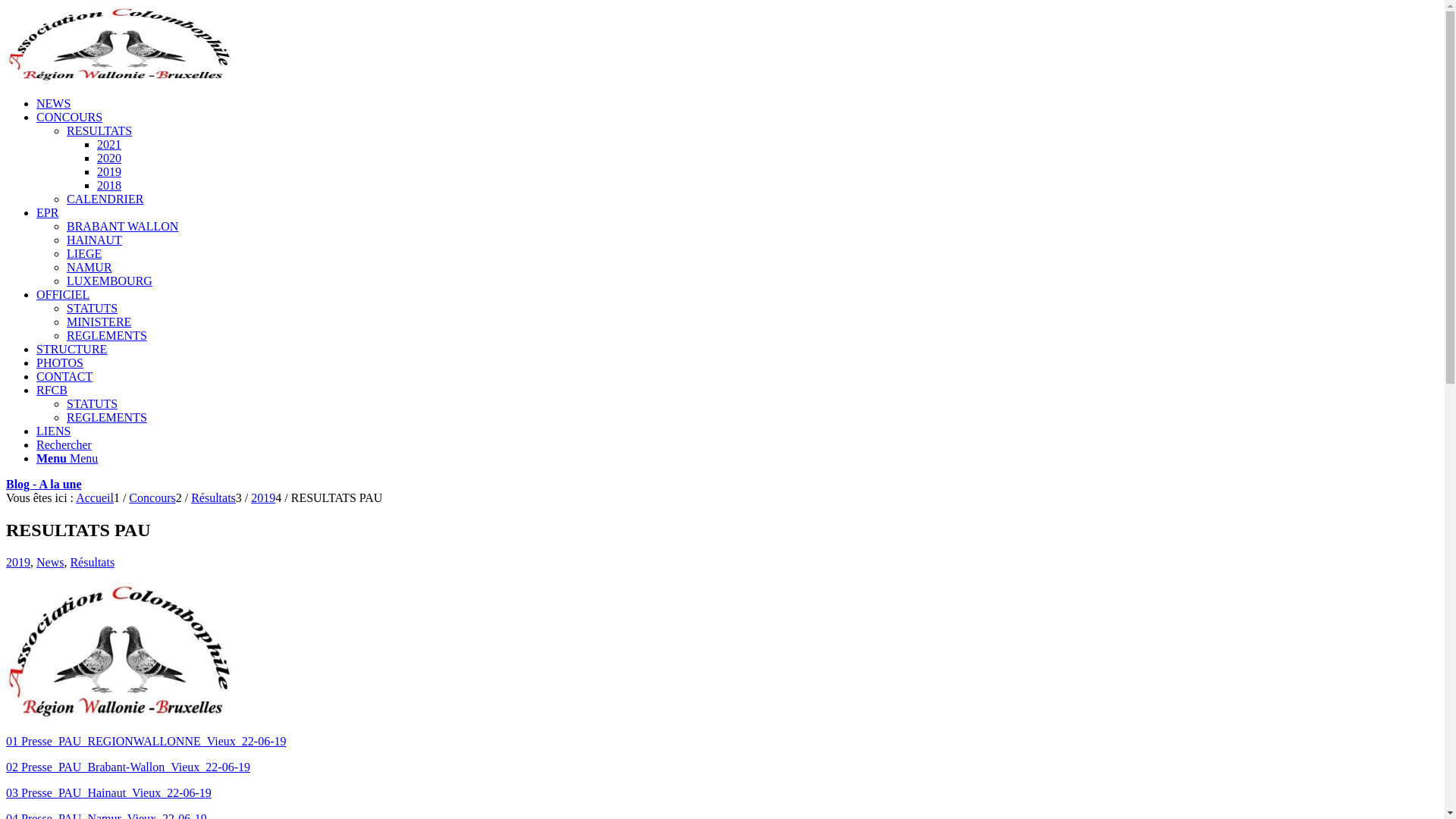 Image resolution: width=1456 pixels, height=819 pixels. Describe the element at coordinates (108, 792) in the screenshot. I see `'03 Presse_PAU_Hainaut_Vieux_22-06-19'` at that location.